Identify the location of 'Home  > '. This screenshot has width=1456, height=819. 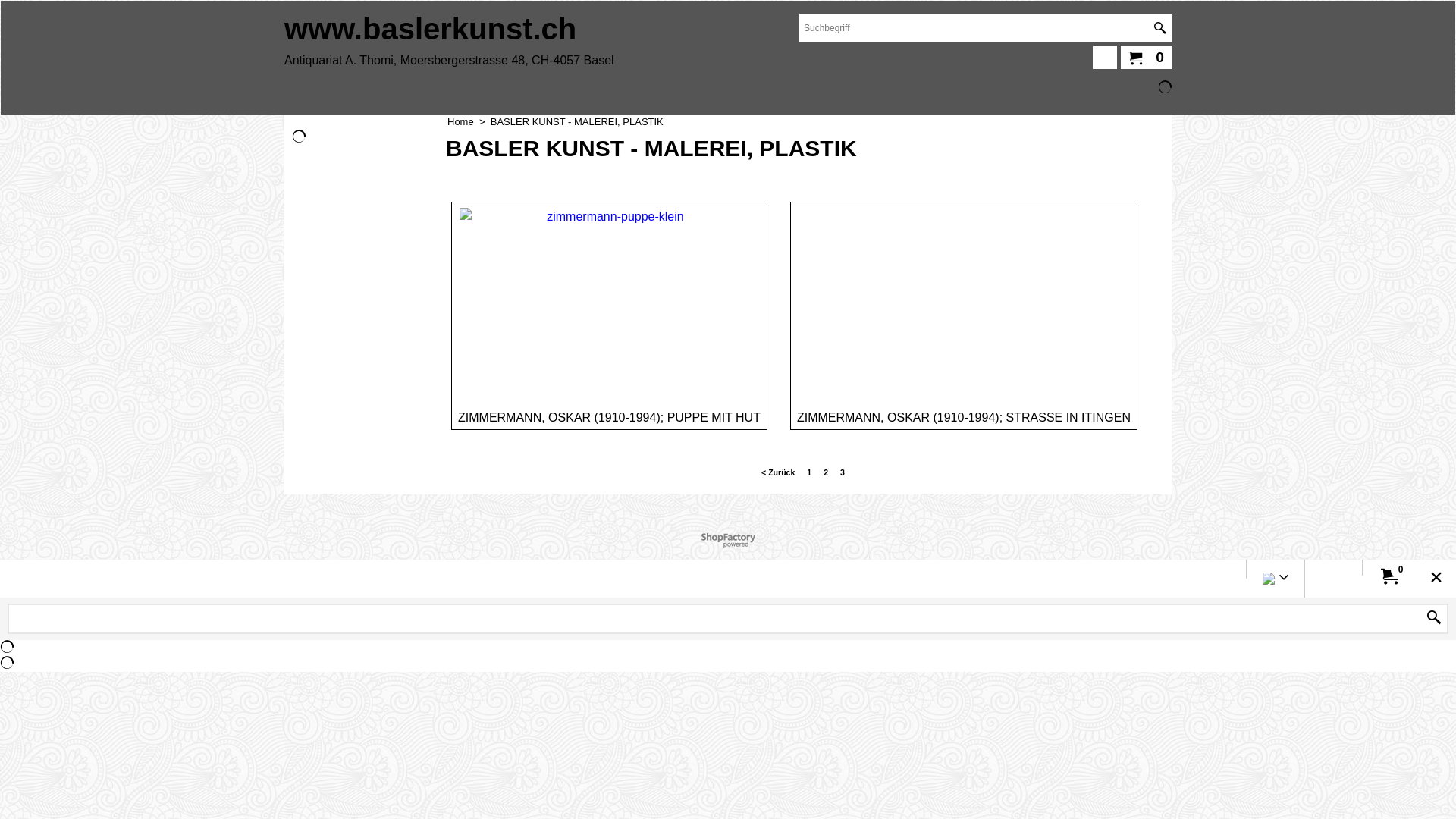
(468, 121).